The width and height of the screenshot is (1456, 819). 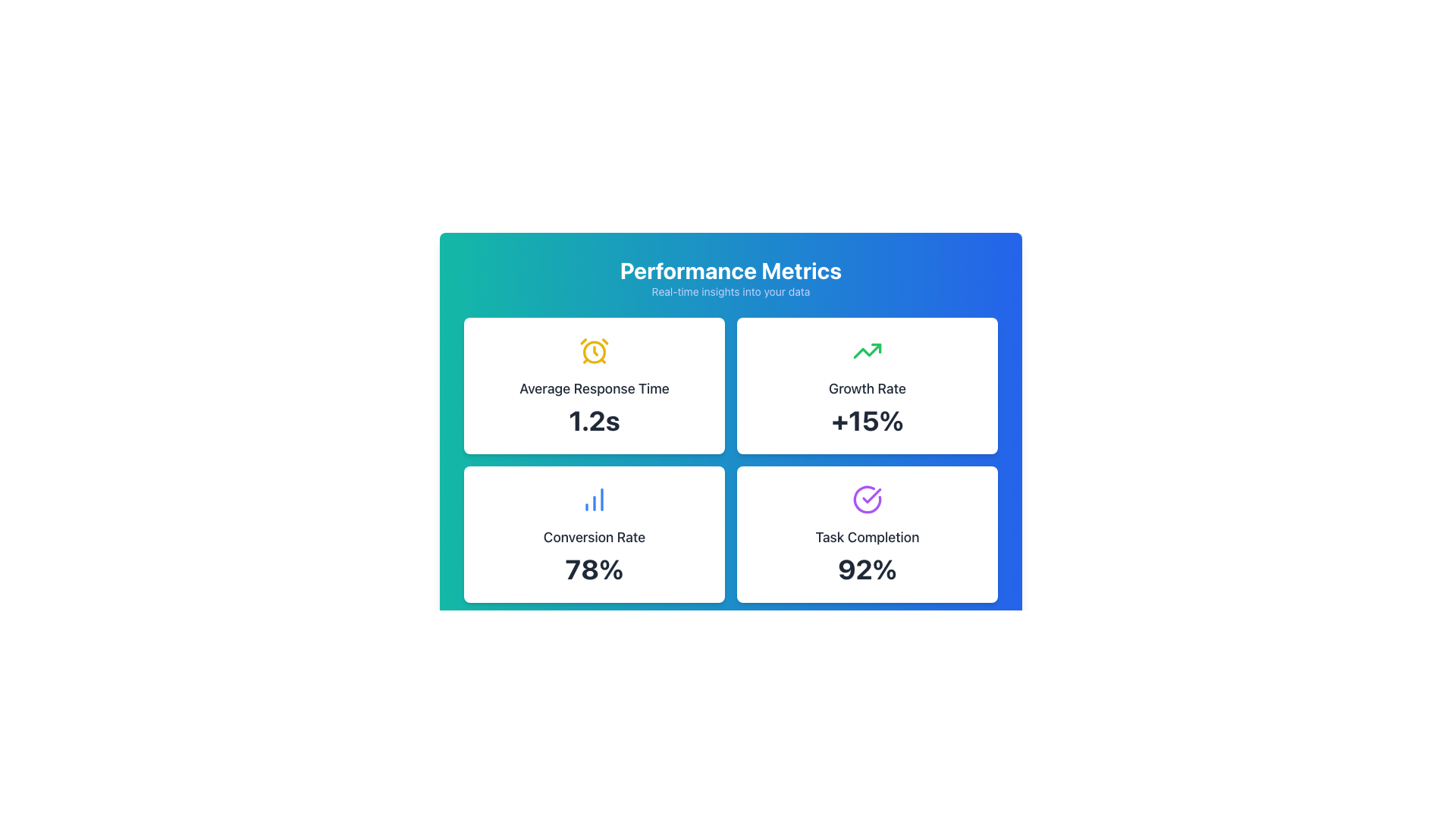 What do you see at coordinates (593, 351) in the screenshot?
I see `the central circular feature of the alarm clock icon located in the top left quadrant of the 'Average Response Time' section` at bounding box center [593, 351].